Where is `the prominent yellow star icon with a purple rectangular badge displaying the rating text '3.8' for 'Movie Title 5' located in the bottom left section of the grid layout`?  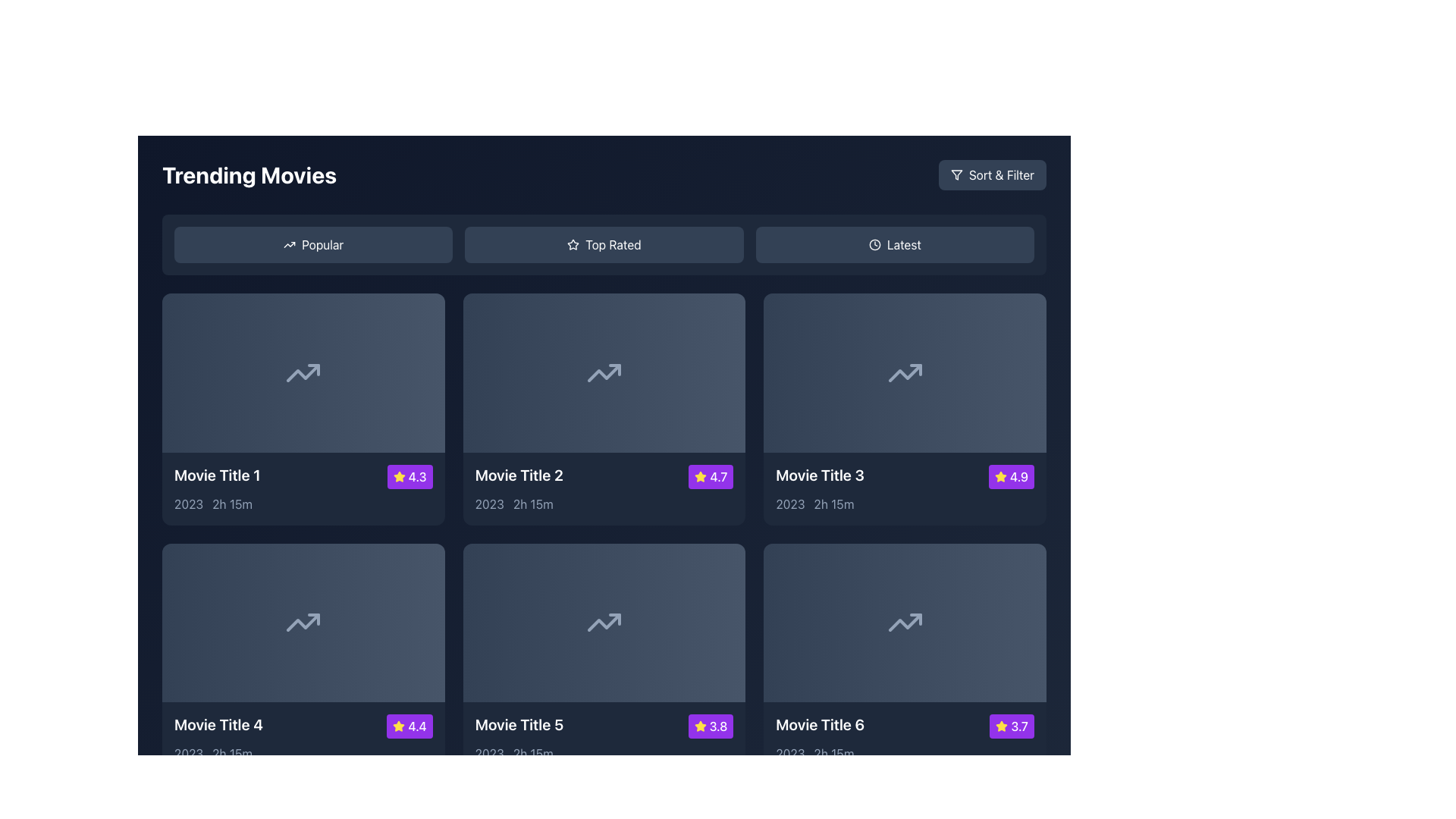 the prominent yellow star icon with a purple rectangular badge displaying the rating text '3.8' for 'Movie Title 5' located in the bottom left section of the grid layout is located at coordinates (699, 726).